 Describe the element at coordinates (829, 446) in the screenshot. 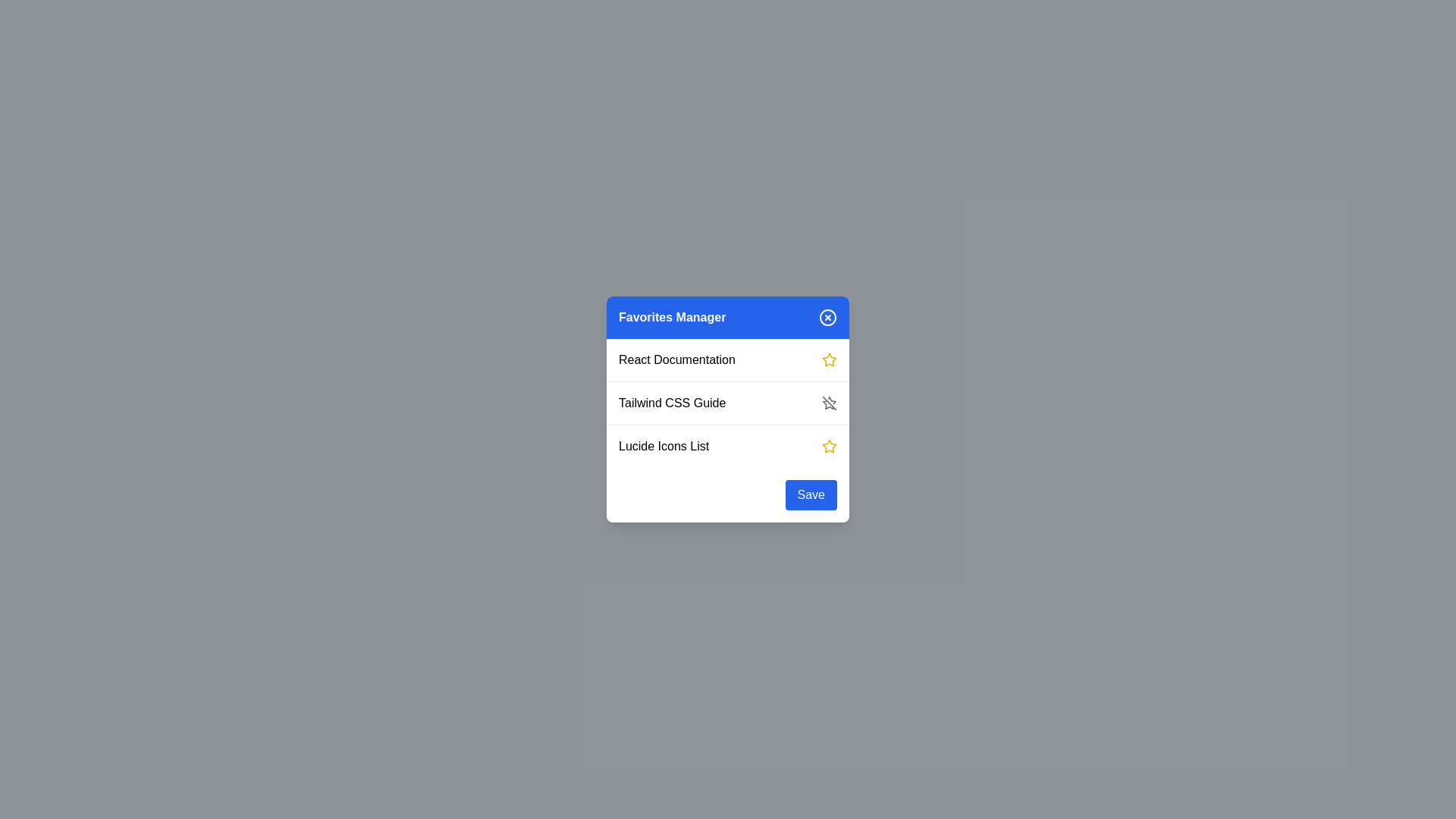

I see `the star icon to toggle the favorite status of the item Lucide Icons List` at that location.